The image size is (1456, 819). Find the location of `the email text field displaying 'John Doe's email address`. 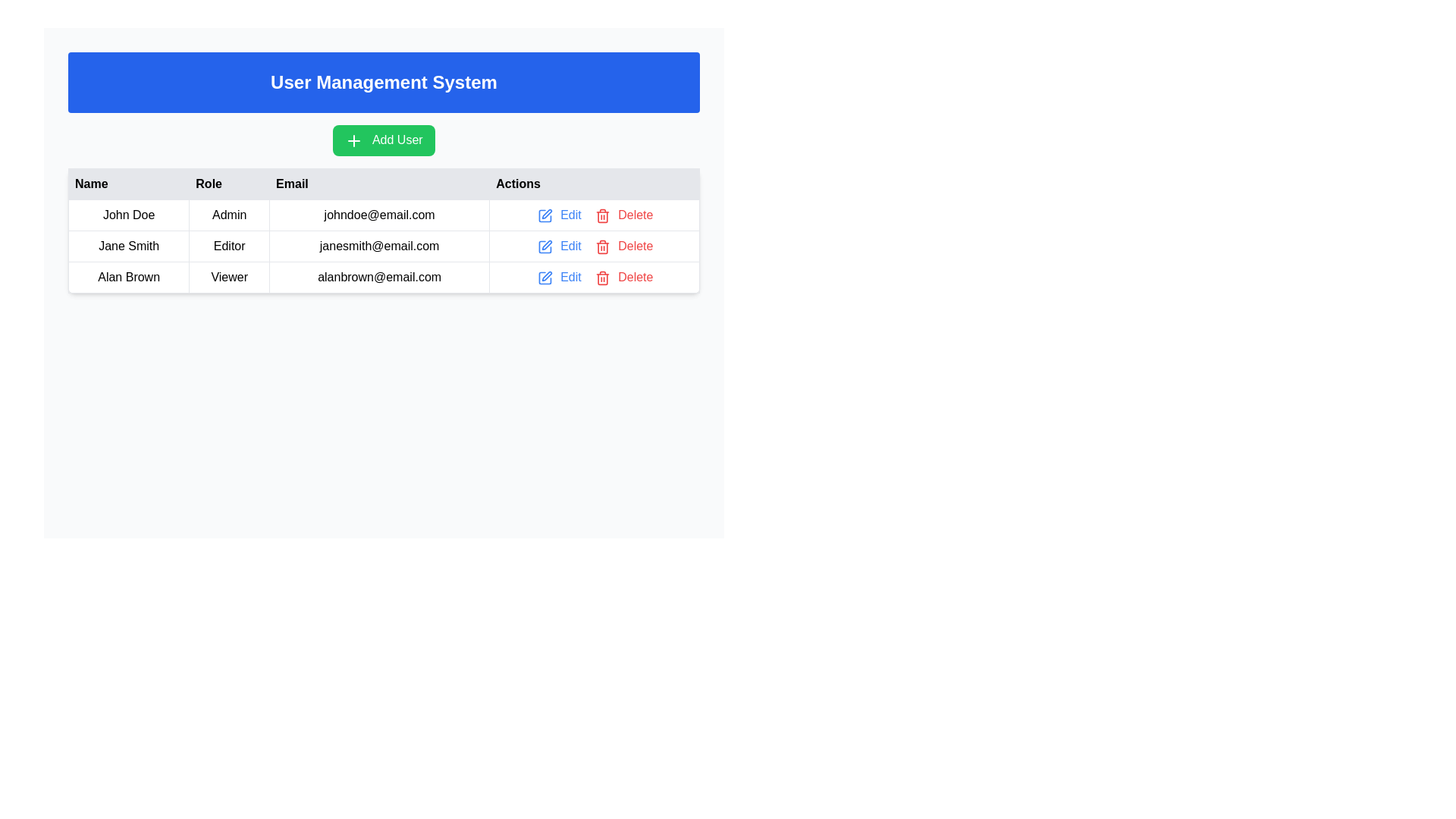

the email text field displaying 'John Doe's email address is located at coordinates (384, 209).